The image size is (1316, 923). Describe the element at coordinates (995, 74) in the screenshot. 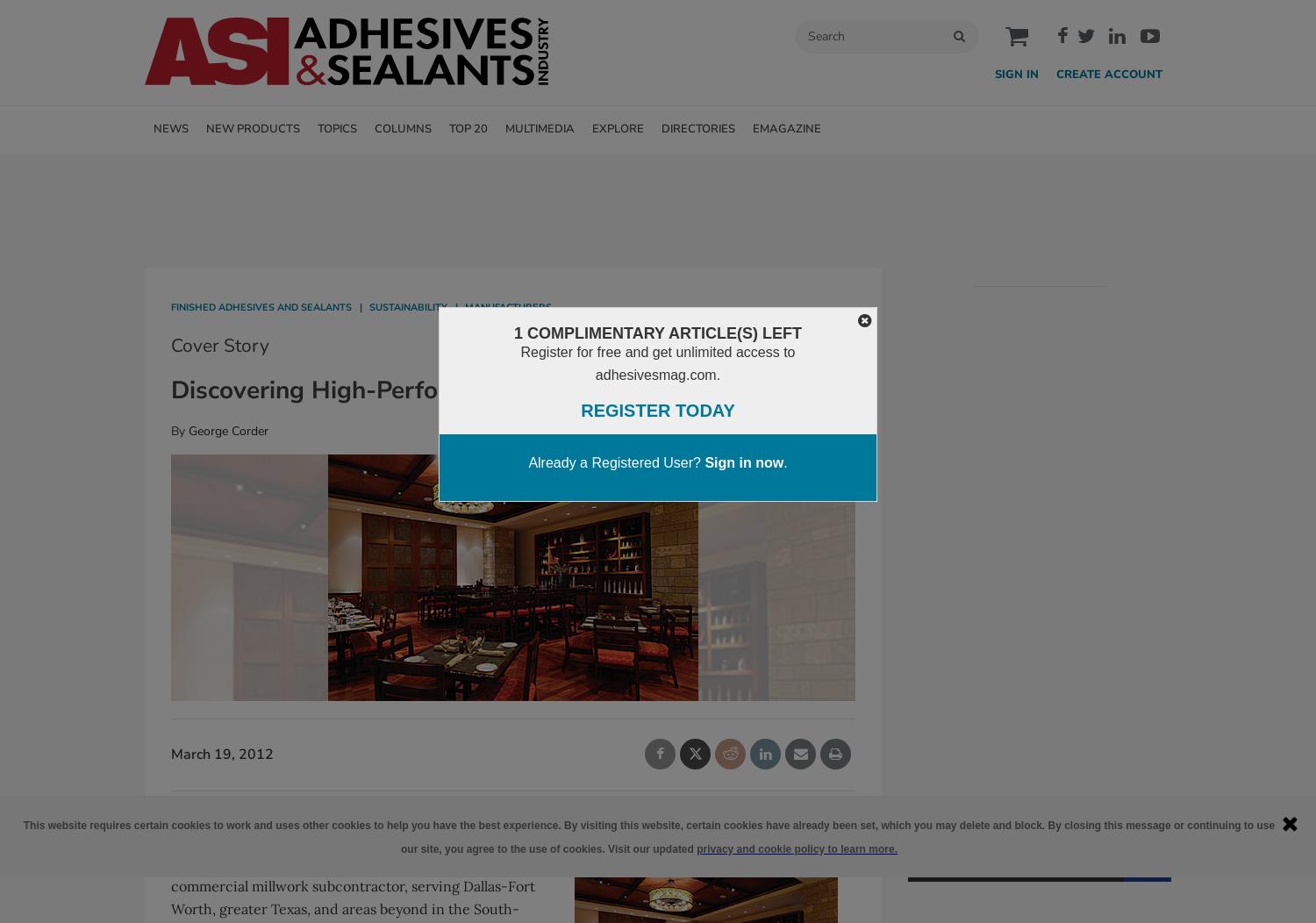

I see `'Sign In'` at that location.